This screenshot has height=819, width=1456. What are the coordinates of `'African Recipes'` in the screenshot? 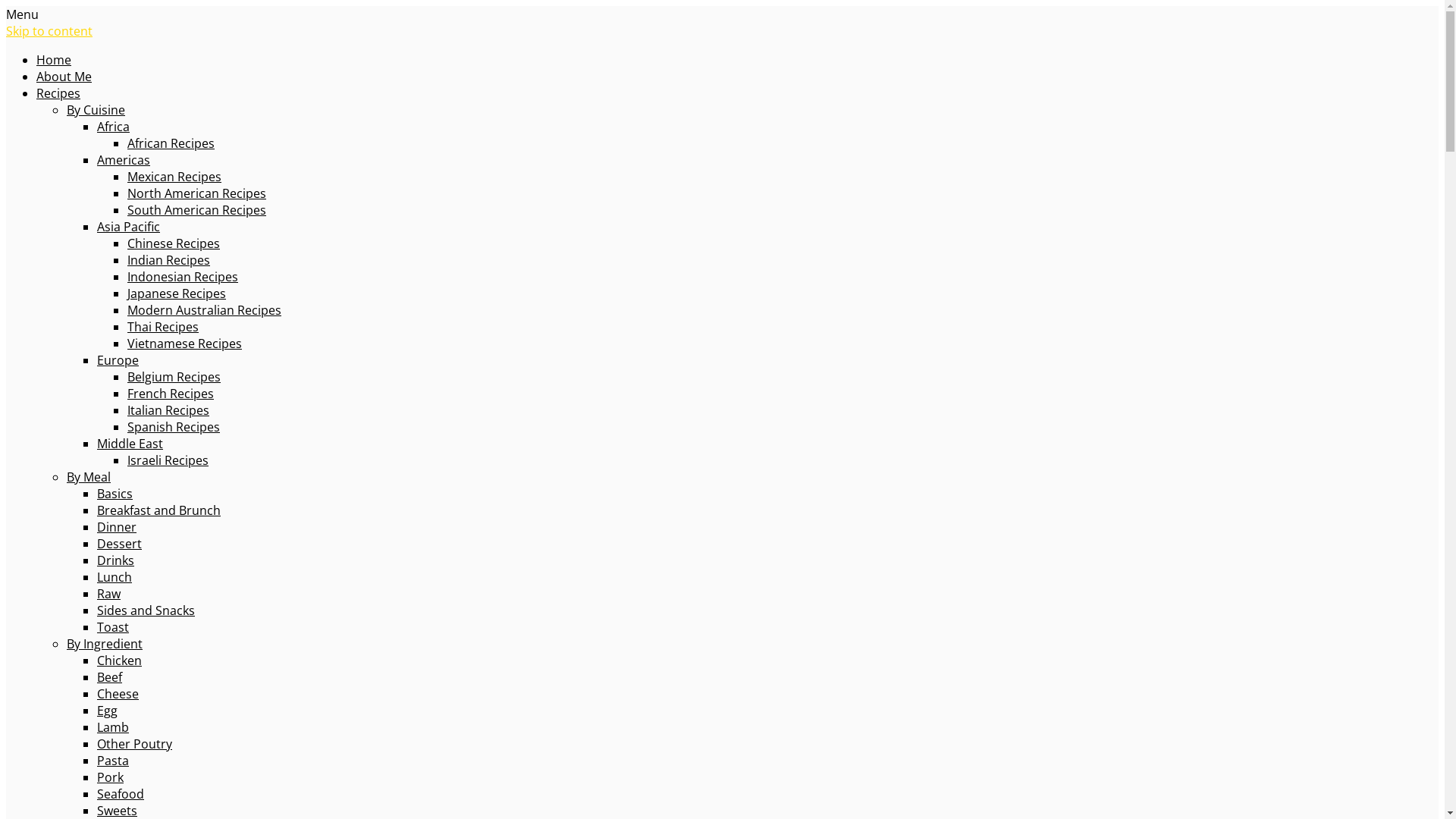 It's located at (171, 143).